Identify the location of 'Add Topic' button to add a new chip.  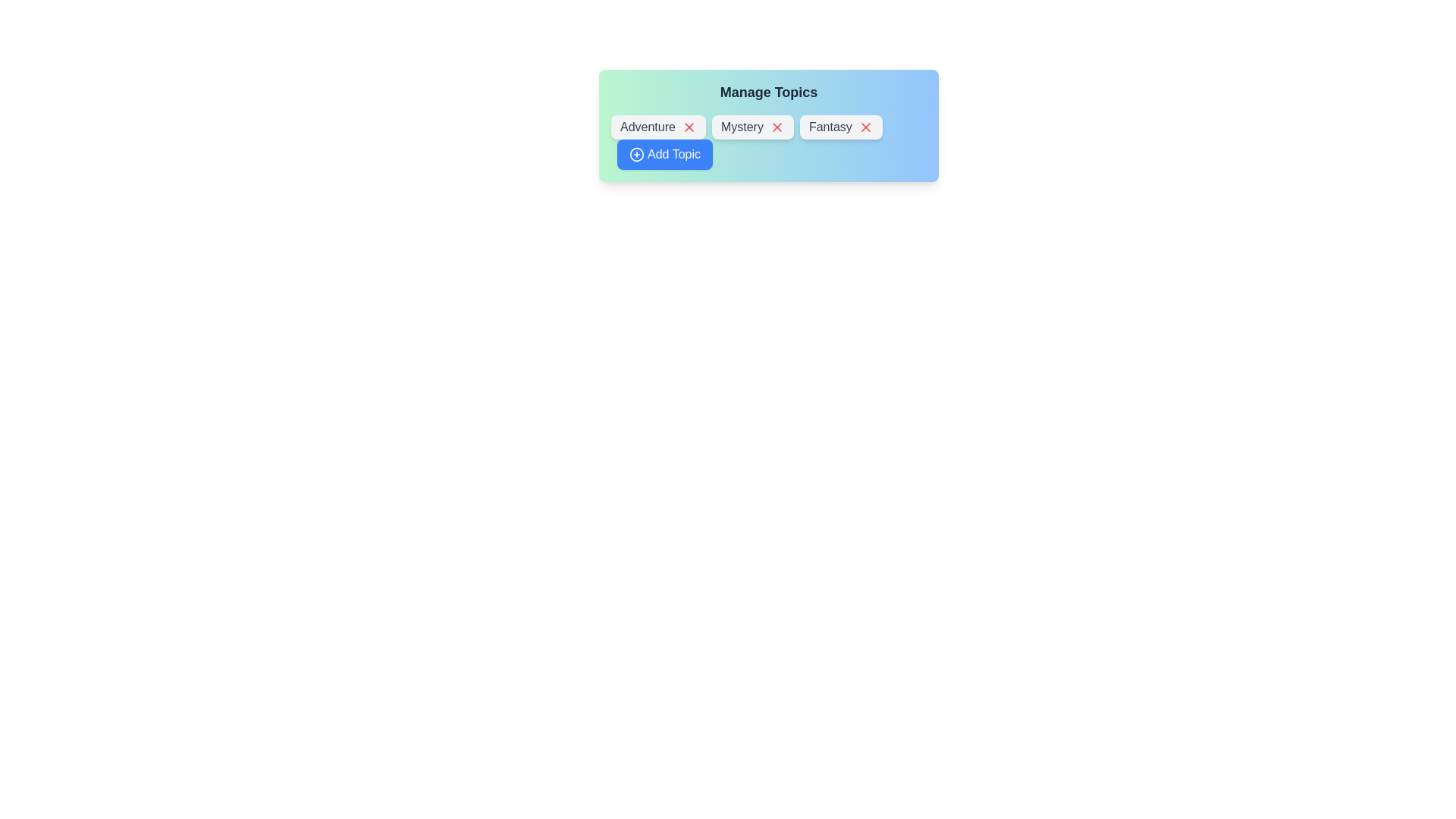
(665, 155).